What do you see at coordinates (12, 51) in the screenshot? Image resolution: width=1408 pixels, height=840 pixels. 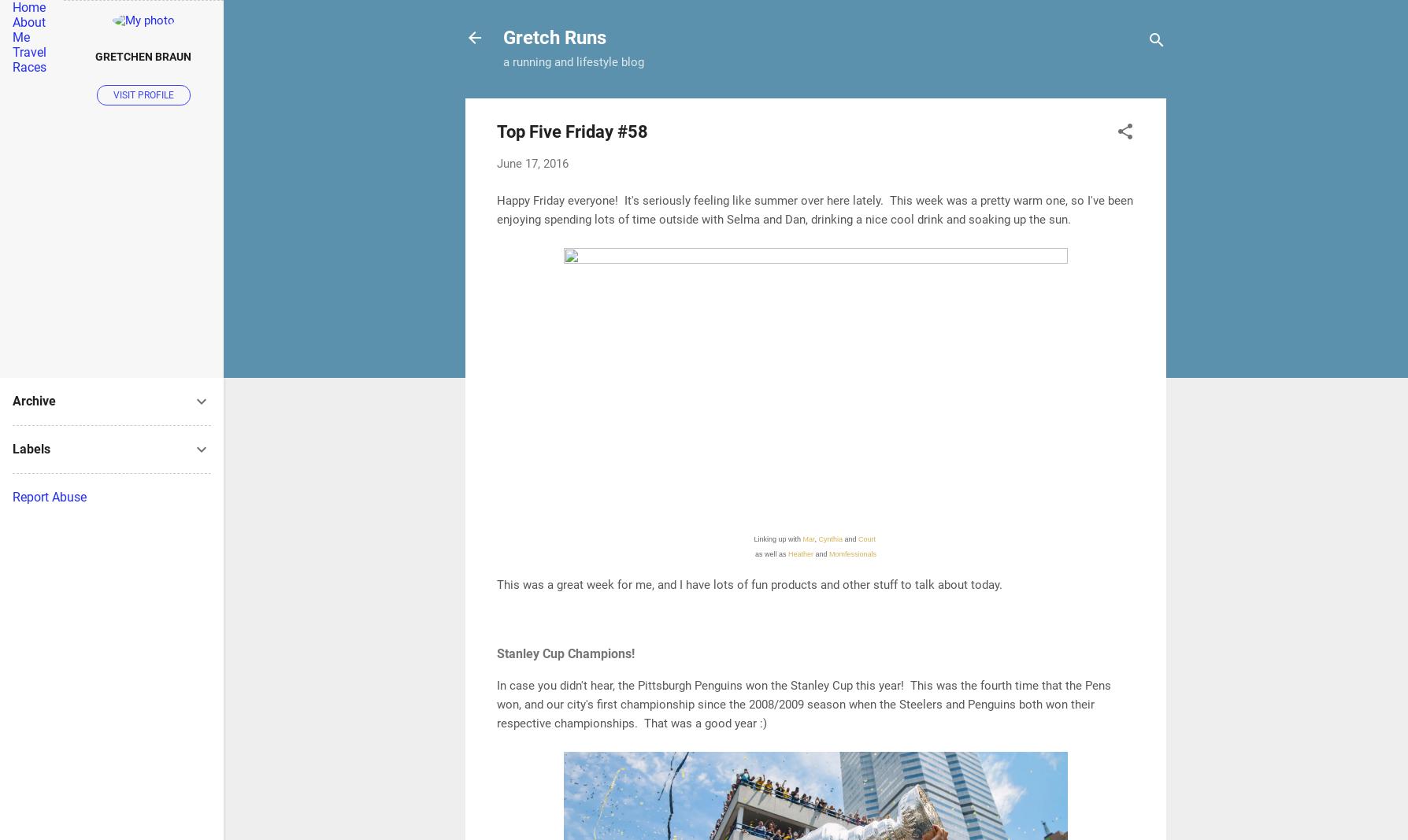 I see `'Travel'` at bounding box center [12, 51].